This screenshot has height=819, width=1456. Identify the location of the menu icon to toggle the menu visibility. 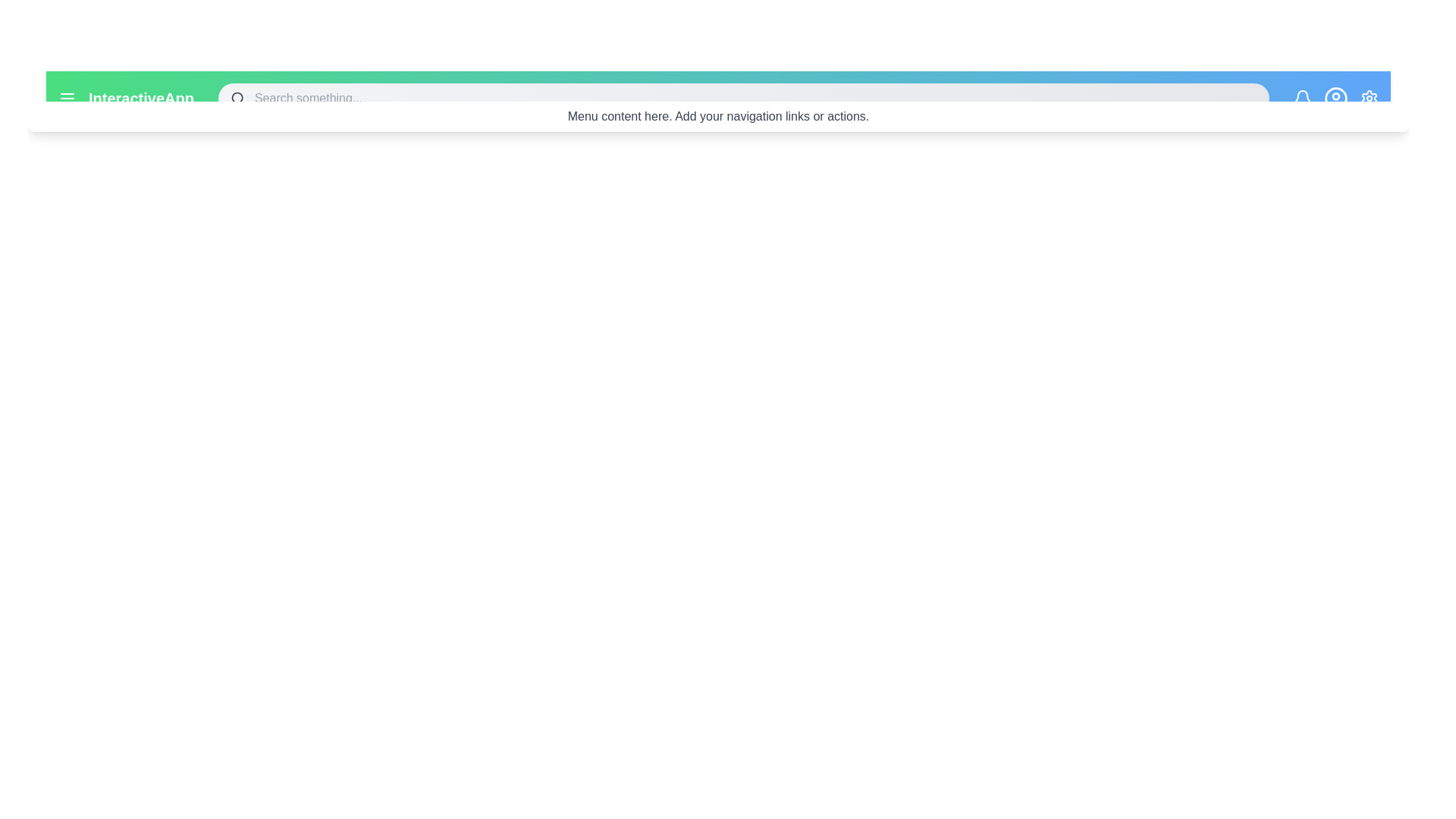
(67, 99).